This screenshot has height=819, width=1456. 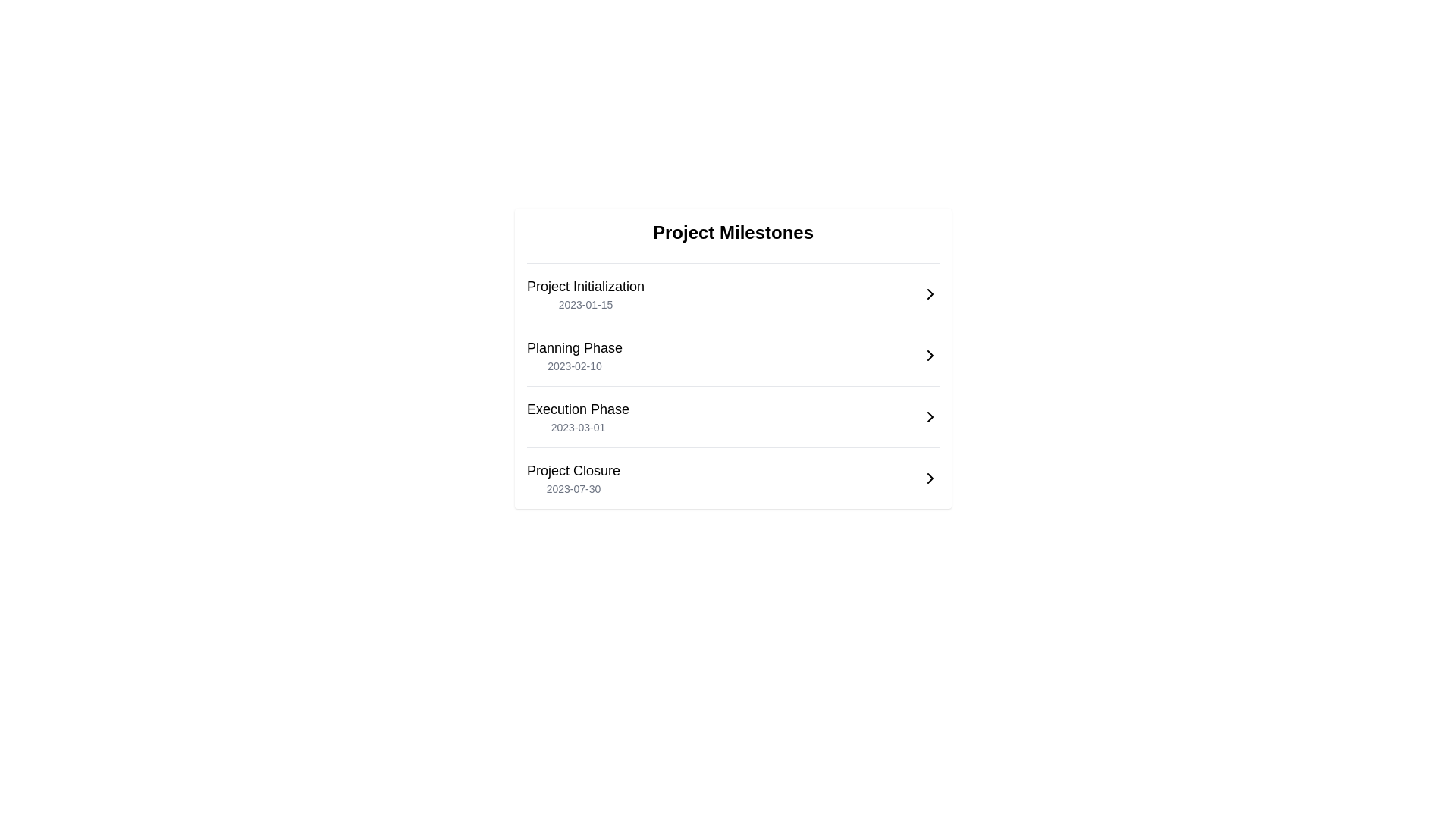 I want to click on the navigational icon located at the far right of the 'Execution Phase' row in the project milestones list, so click(x=930, y=417).